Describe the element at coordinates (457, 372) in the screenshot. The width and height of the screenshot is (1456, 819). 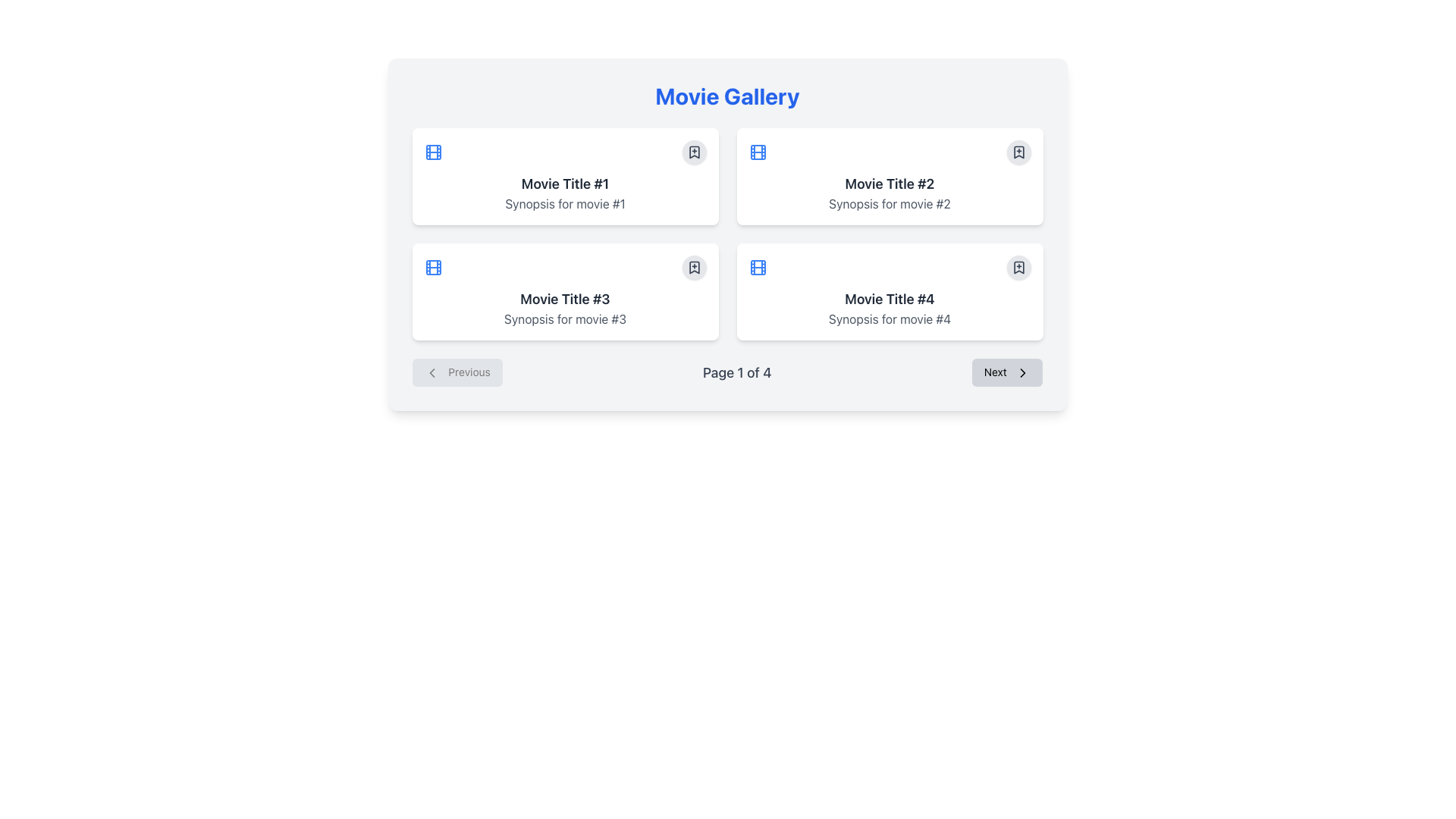
I see `the 'Previous' button with rounded edges and a light gray background located at the bottom left of the pagination control to observe any hover effects` at that location.